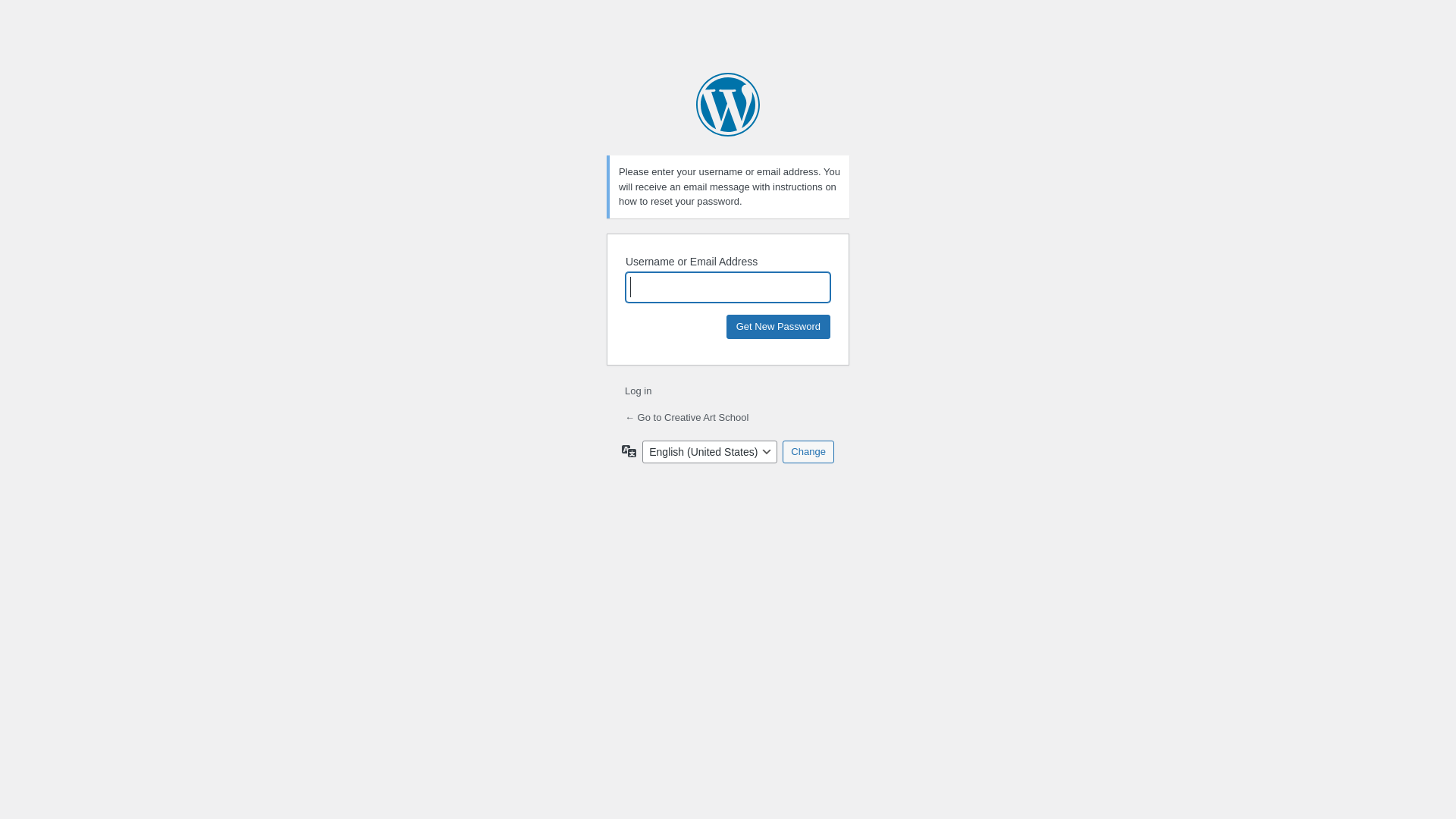  What do you see at coordinates (728, 104) in the screenshot?
I see `'Powered by WordPress'` at bounding box center [728, 104].